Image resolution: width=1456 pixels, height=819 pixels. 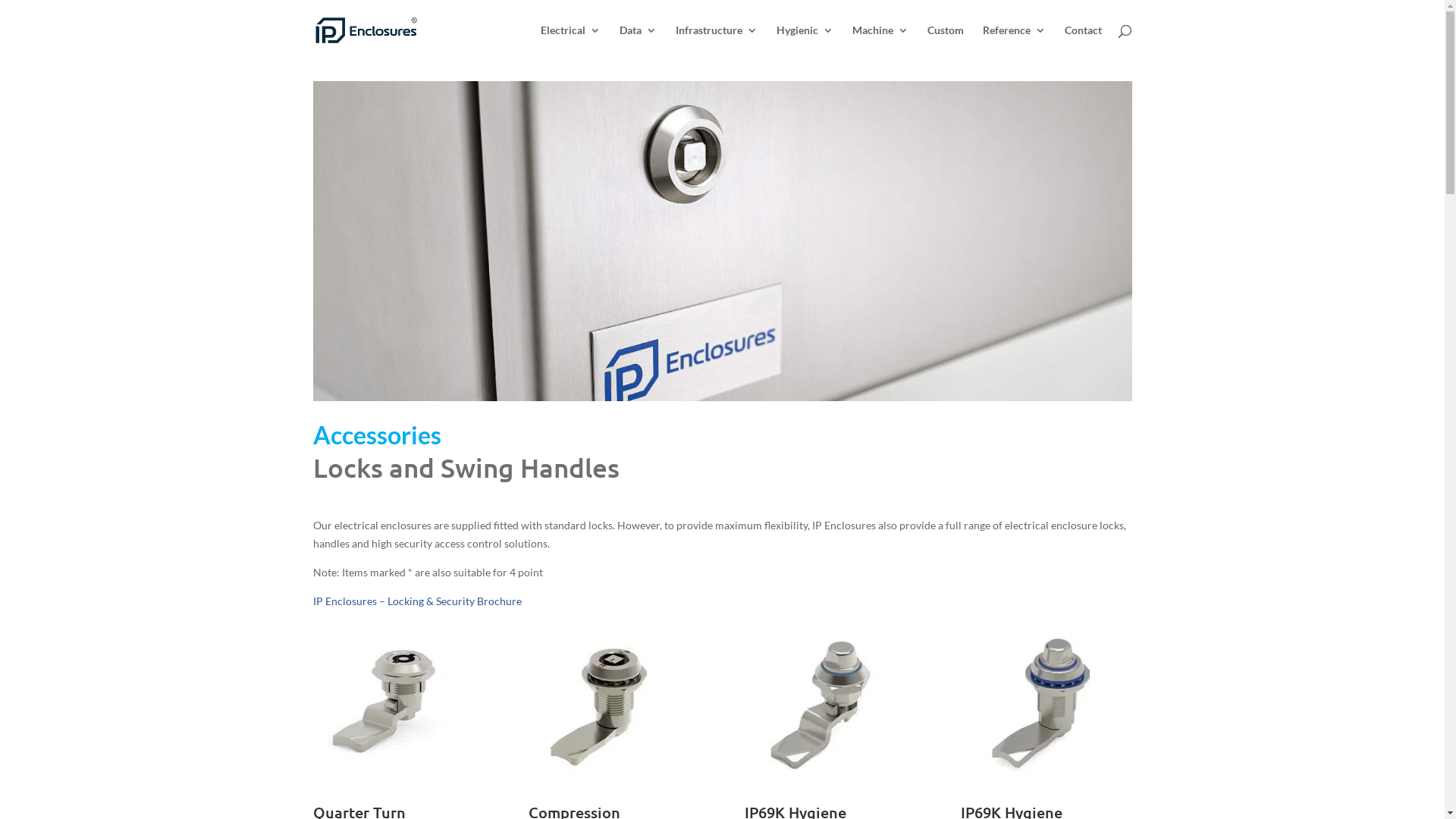 I want to click on 'Machine', so click(x=852, y=42).